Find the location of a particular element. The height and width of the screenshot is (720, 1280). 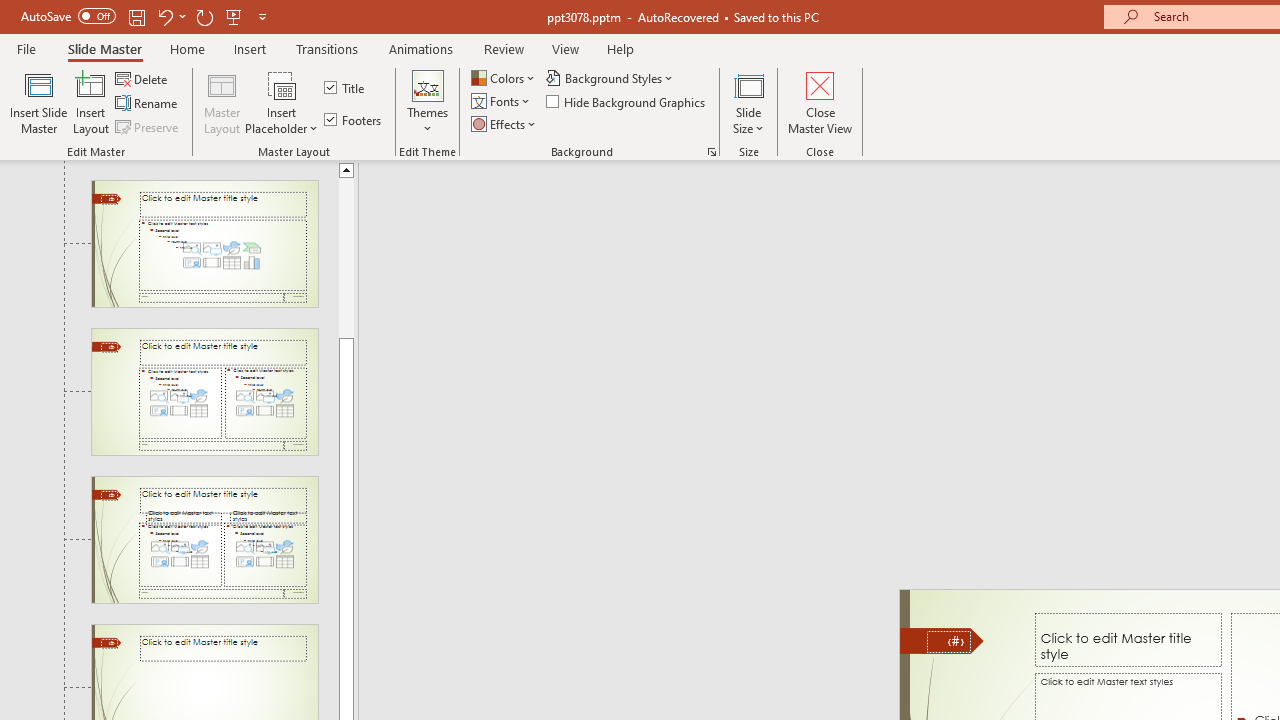

'Preserve' is located at coordinates (148, 127).